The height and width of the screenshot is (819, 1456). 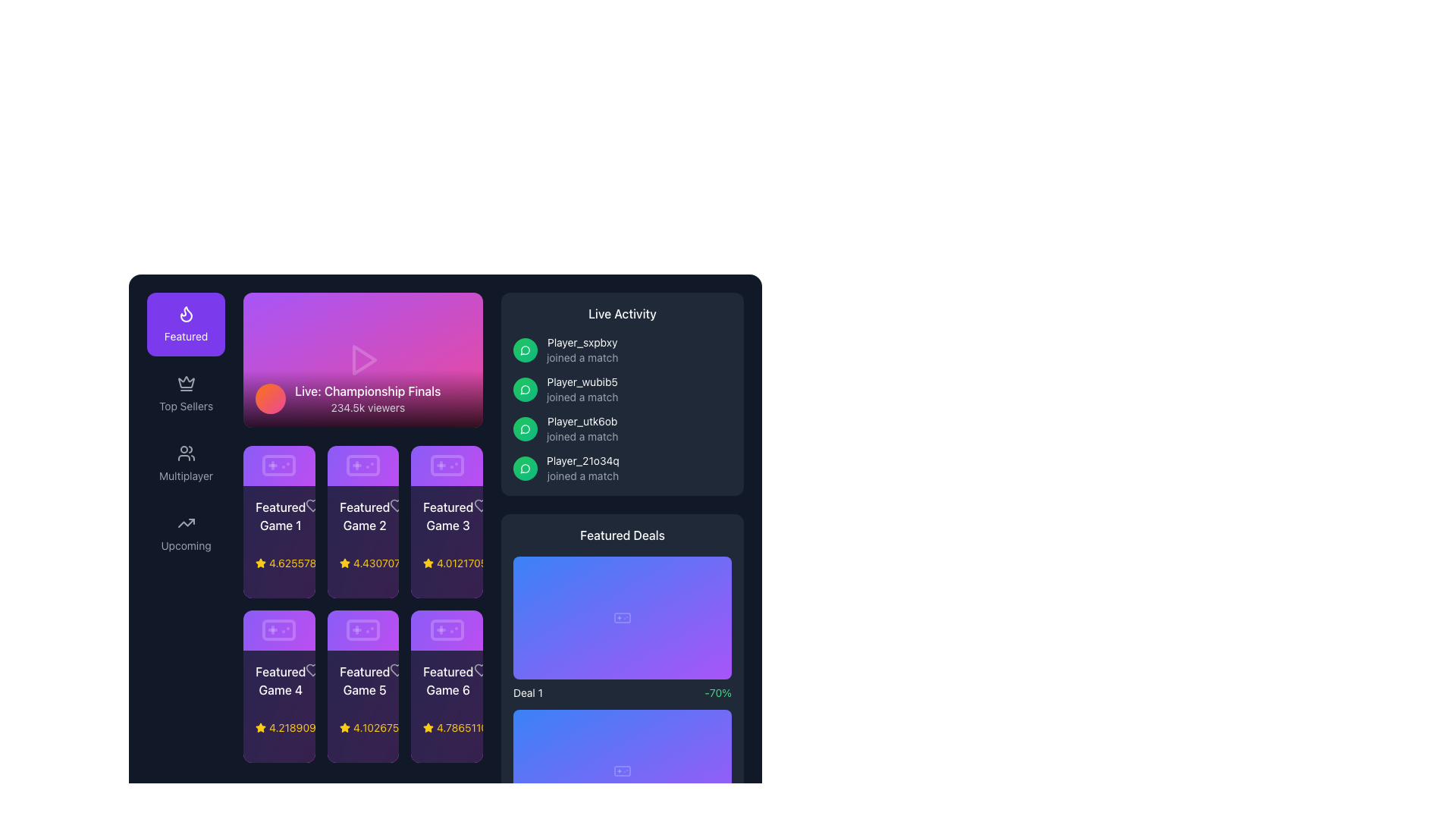 I want to click on game controller icon with a white outline against a semi-transparent gradient purple background, located in the 'Featured Deals' section, so click(x=622, y=771).